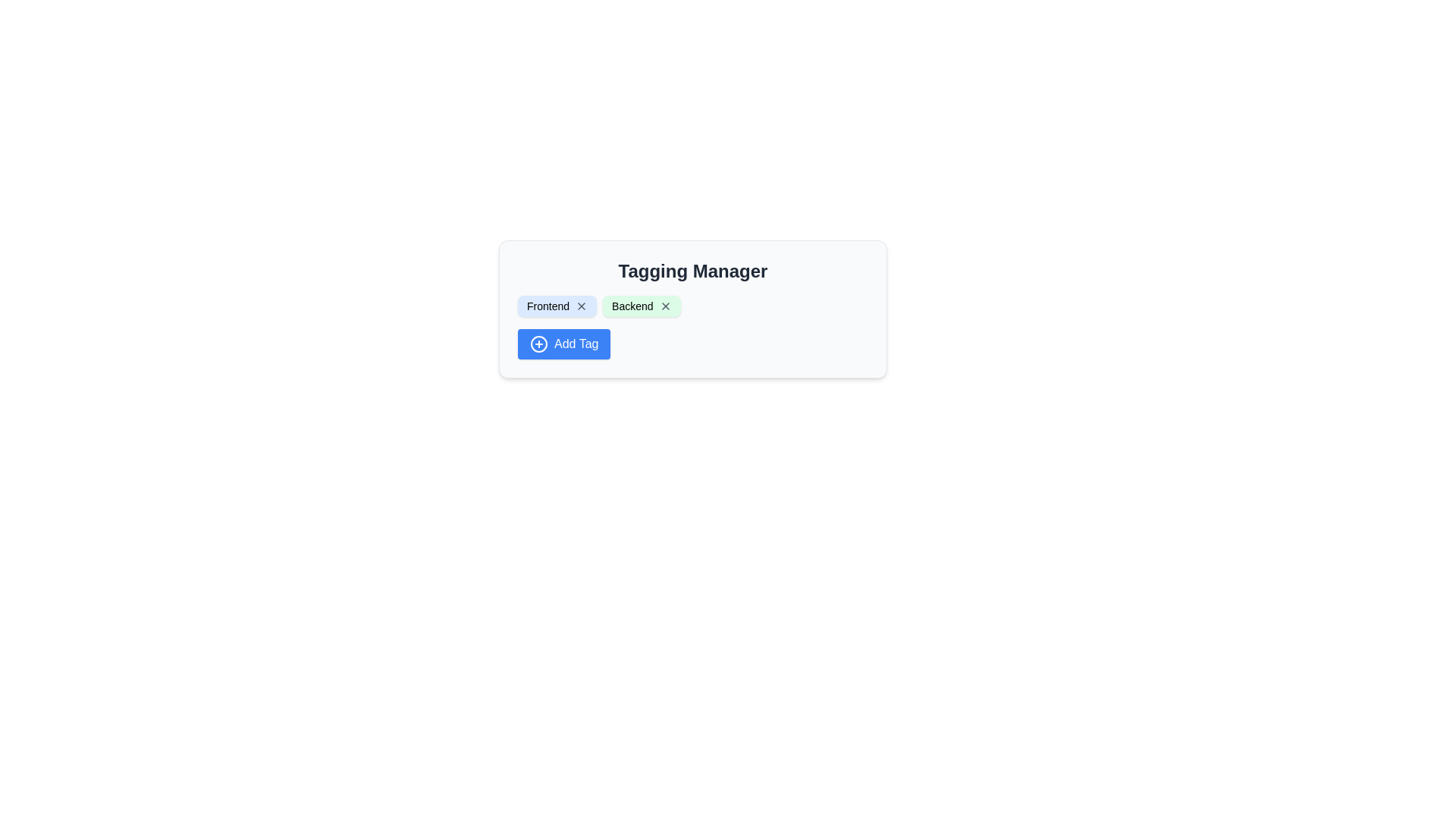 The height and width of the screenshot is (819, 1456). What do you see at coordinates (665, 306) in the screenshot?
I see `the close ('X') button located to the right of the 'Backend' label within a green tag-like element to change its color from text-gray-600 to text-red-500` at bounding box center [665, 306].